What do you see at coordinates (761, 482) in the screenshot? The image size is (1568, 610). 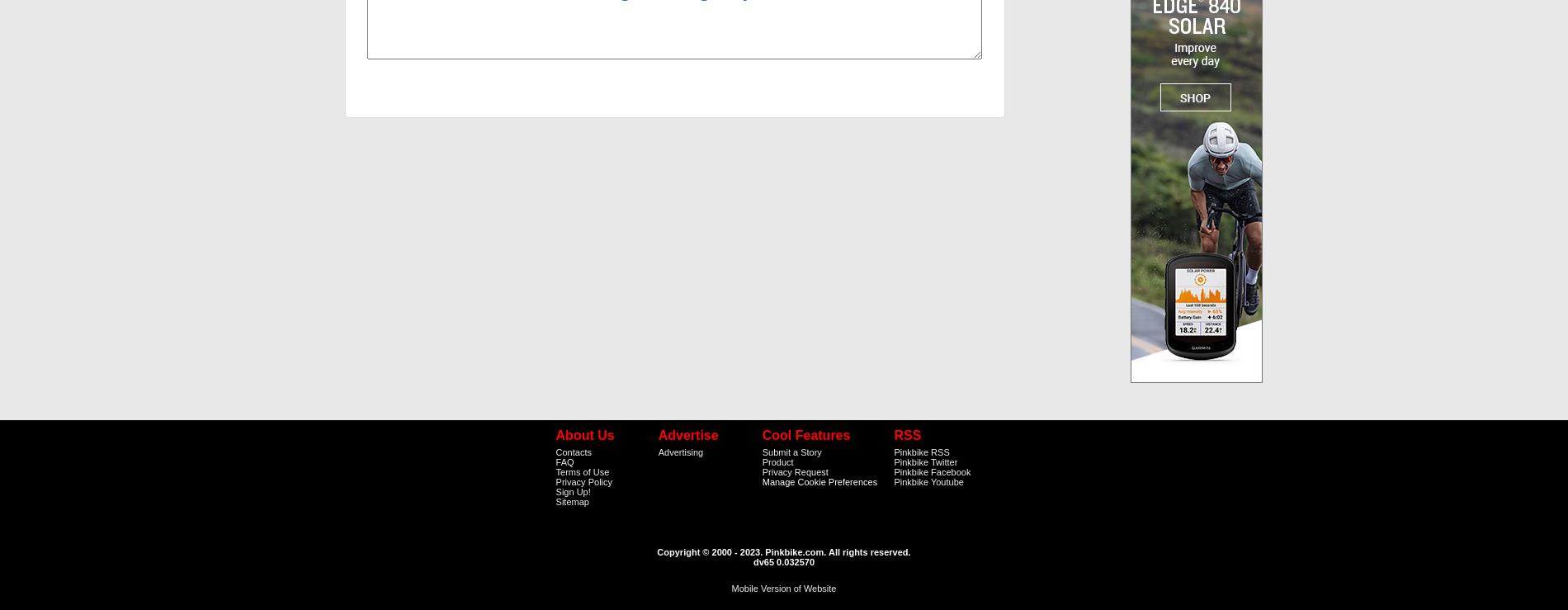 I see `'Manage Cookie Preferences'` at bounding box center [761, 482].